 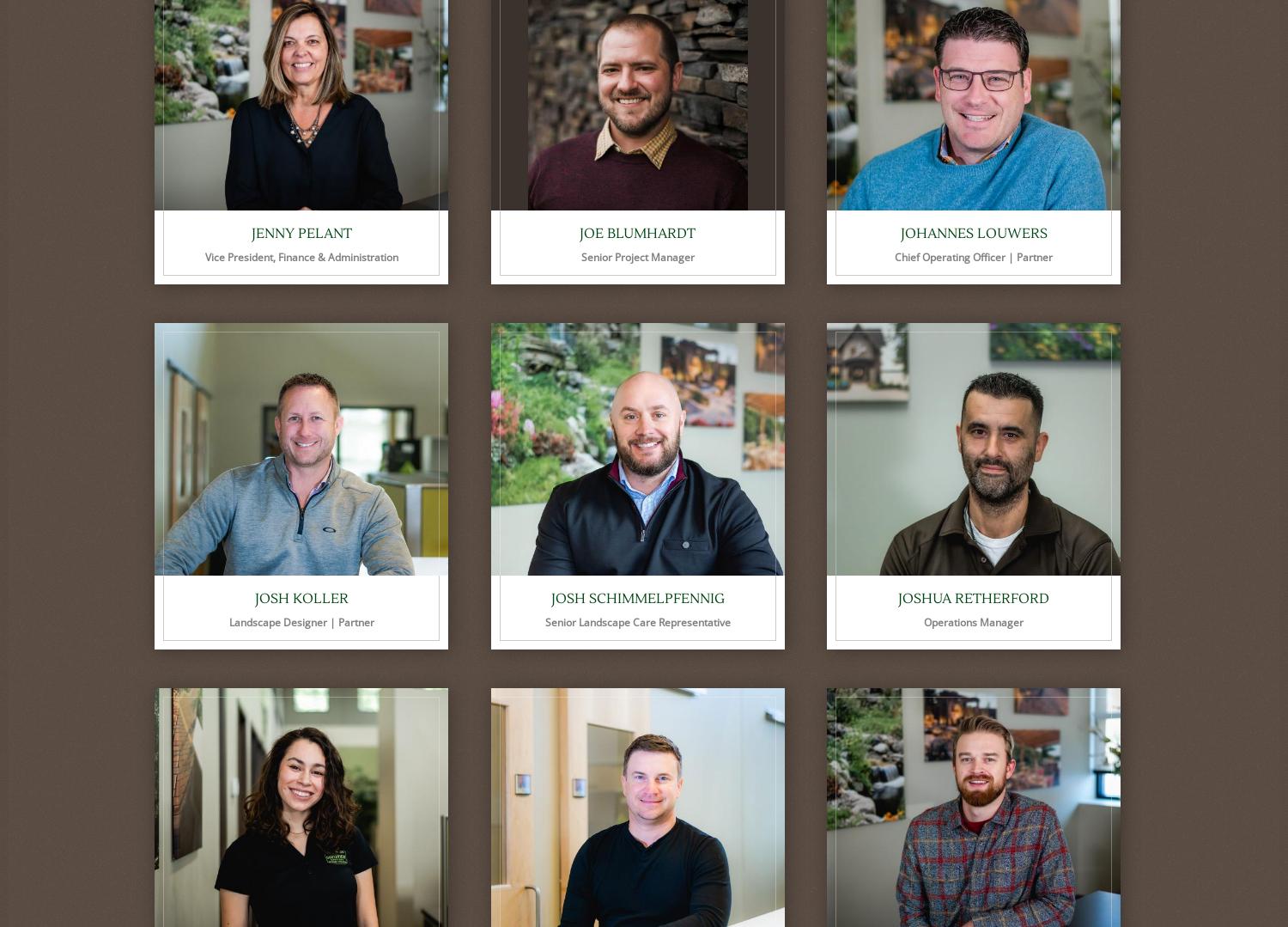 I want to click on 'Joshua Retherford', so click(x=897, y=599).